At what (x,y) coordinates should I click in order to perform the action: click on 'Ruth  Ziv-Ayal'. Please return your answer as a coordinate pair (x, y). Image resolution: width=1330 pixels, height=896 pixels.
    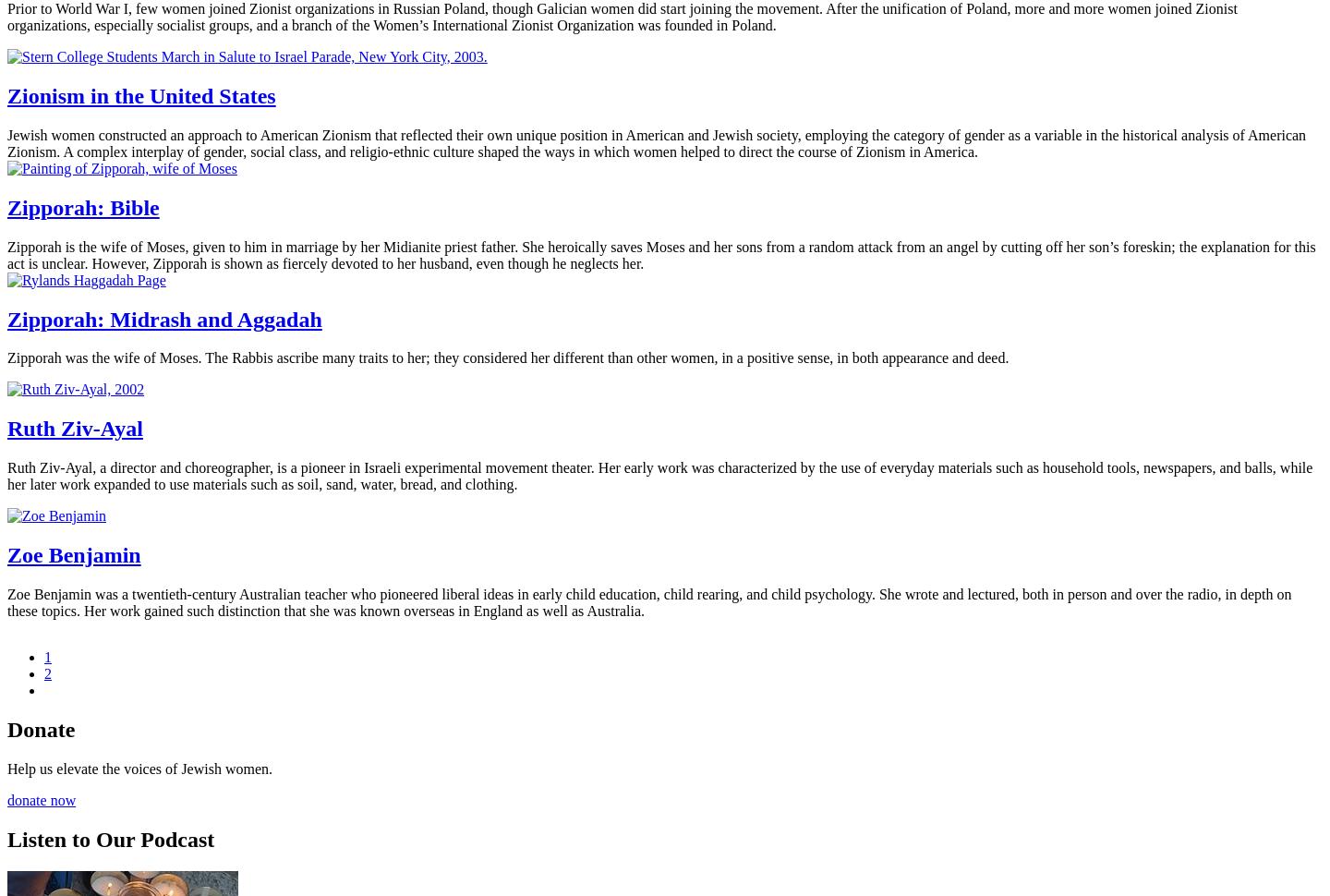
    Looking at the image, I should click on (6, 428).